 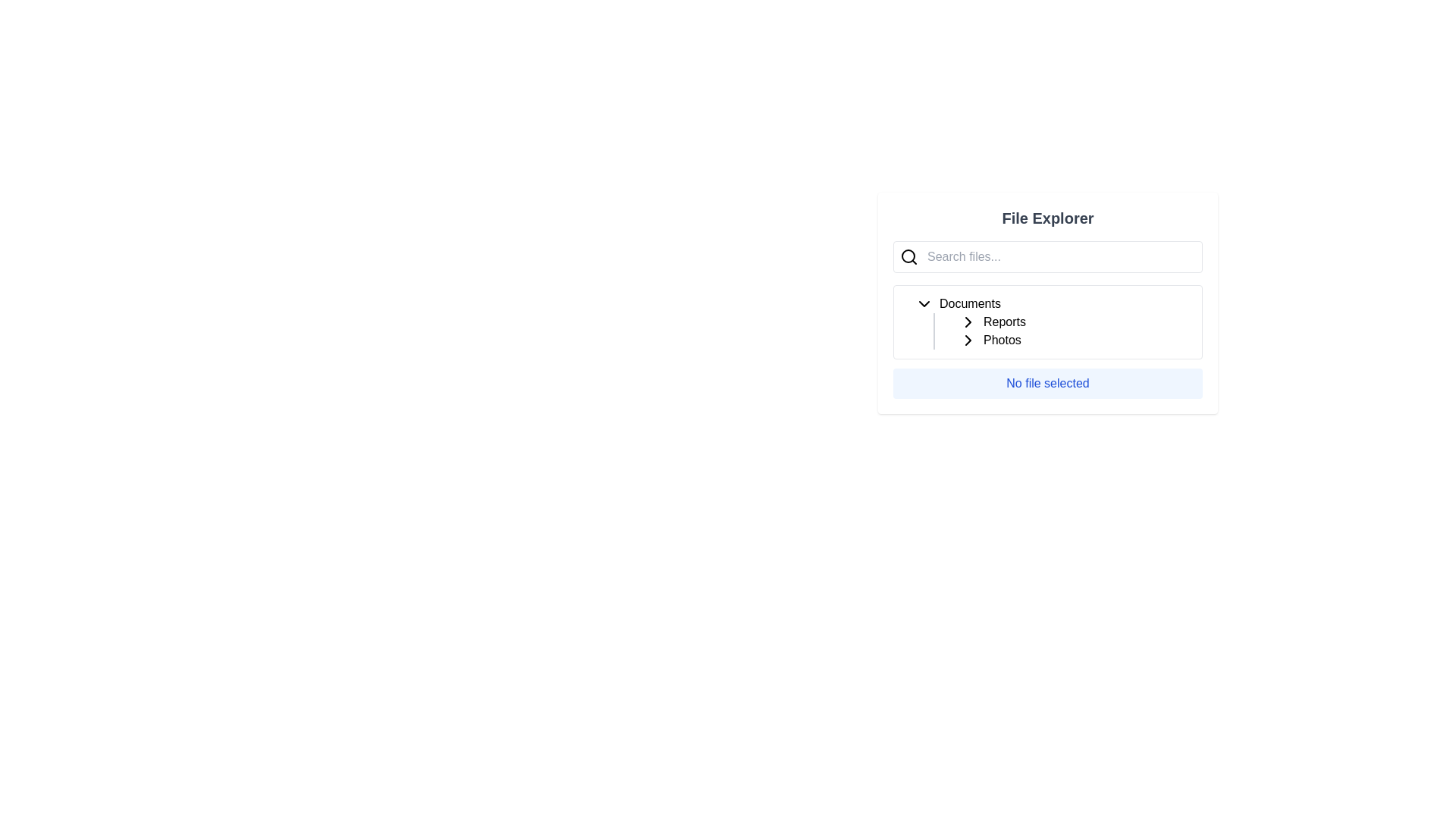 I want to click on the folder collapse/expand icon located to the right of the 'Documents' folder name in the file explorer, so click(x=967, y=339).